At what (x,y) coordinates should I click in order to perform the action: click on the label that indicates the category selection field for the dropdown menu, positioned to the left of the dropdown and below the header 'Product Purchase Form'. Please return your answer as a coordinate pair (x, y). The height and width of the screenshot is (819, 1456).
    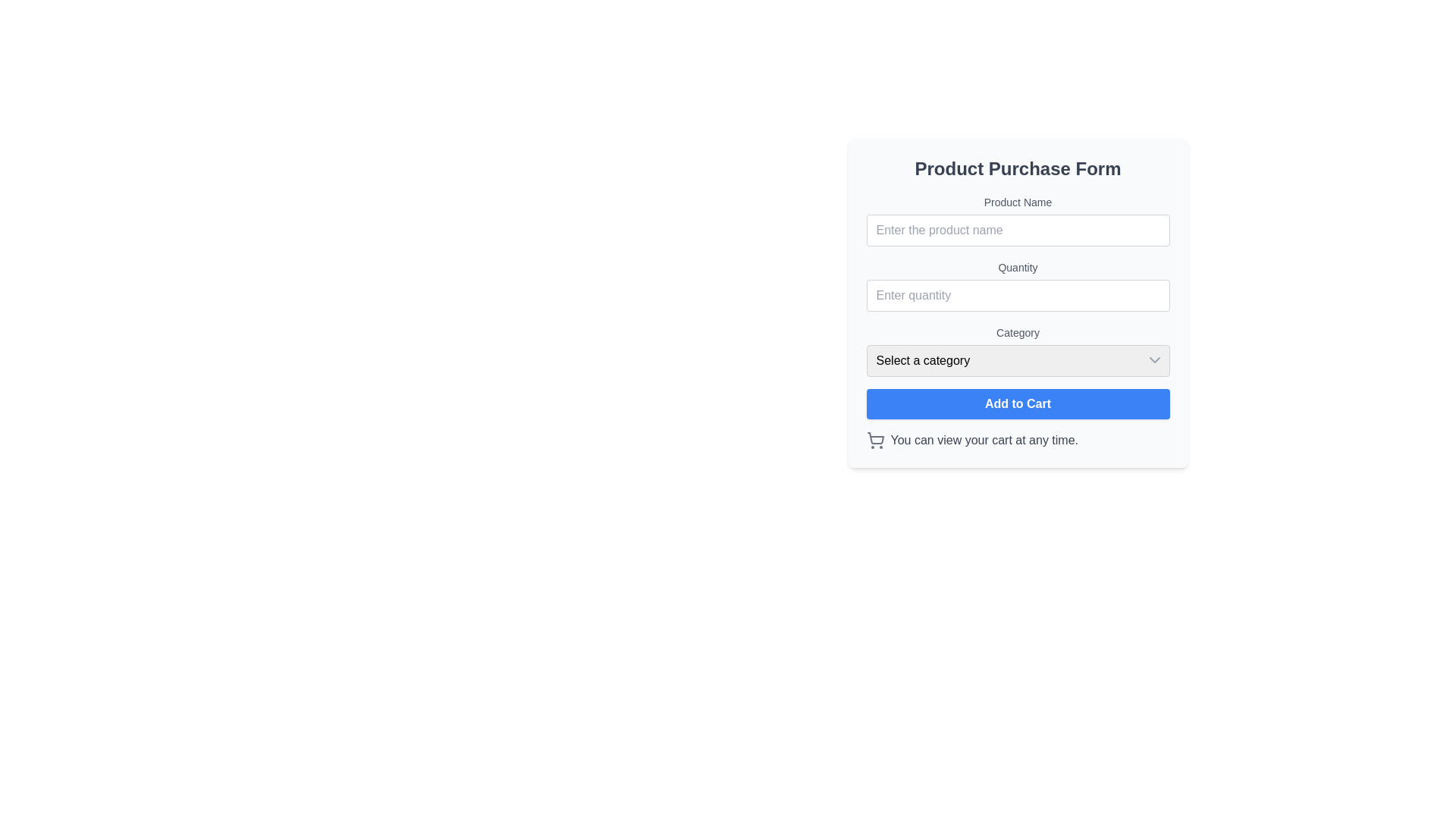
    Looking at the image, I should click on (1018, 332).